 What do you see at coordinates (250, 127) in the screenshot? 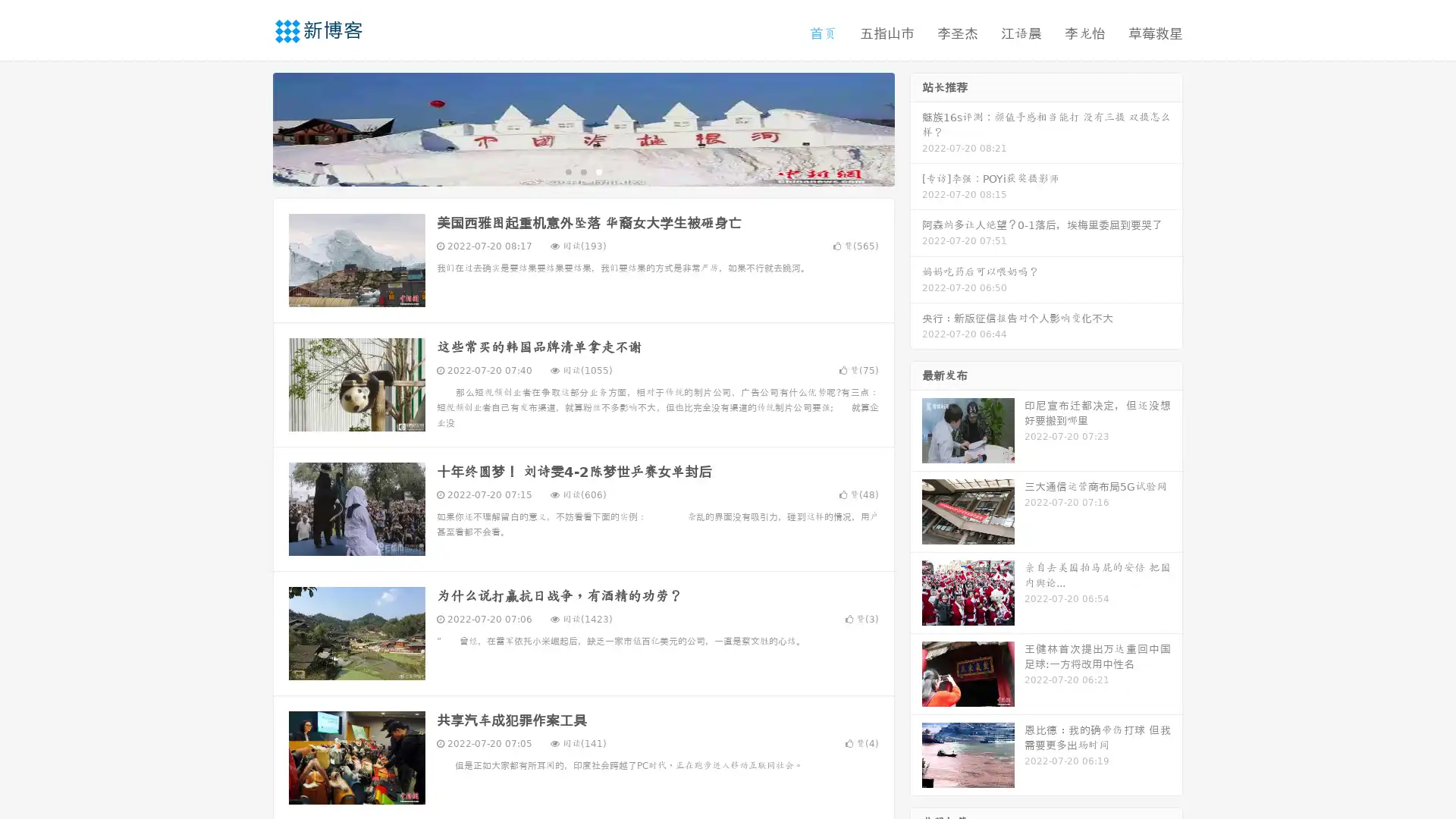
I see `Previous slide` at bounding box center [250, 127].